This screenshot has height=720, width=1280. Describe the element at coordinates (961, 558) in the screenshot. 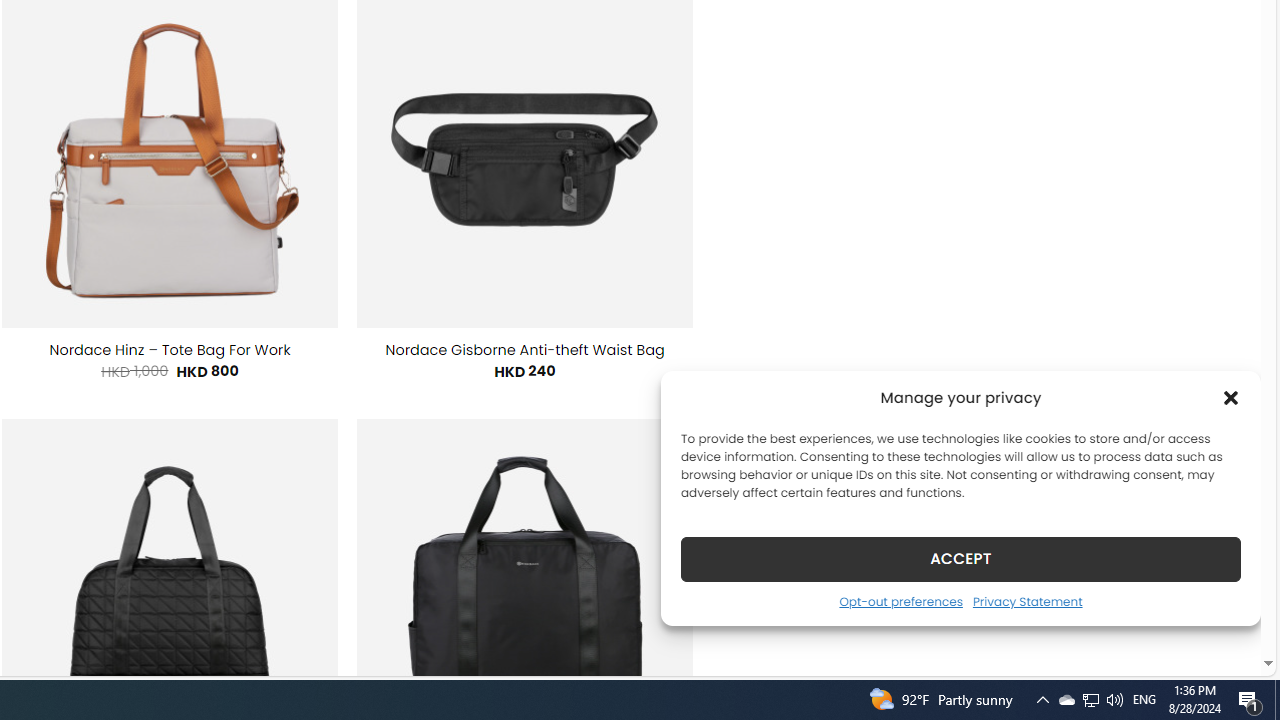

I see `'ACCEPT'` at that location.